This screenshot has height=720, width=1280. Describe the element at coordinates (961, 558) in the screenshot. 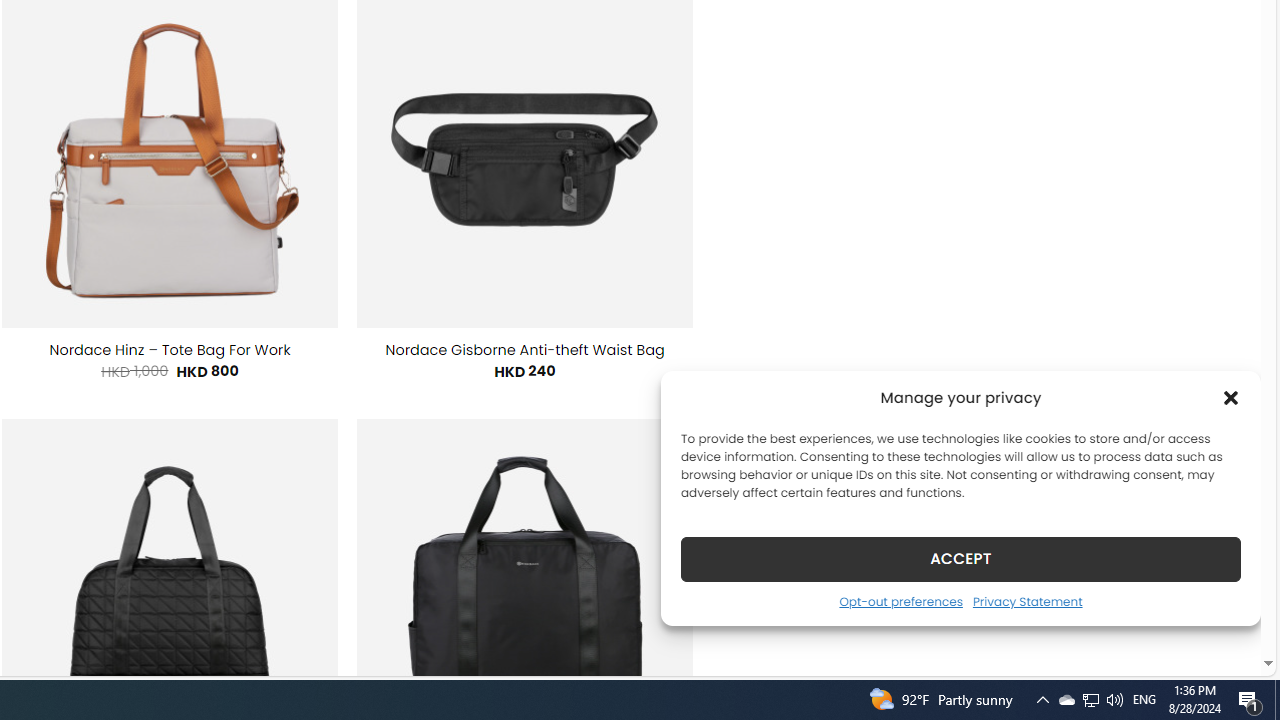

I see `'ACCEPT'` at that location.